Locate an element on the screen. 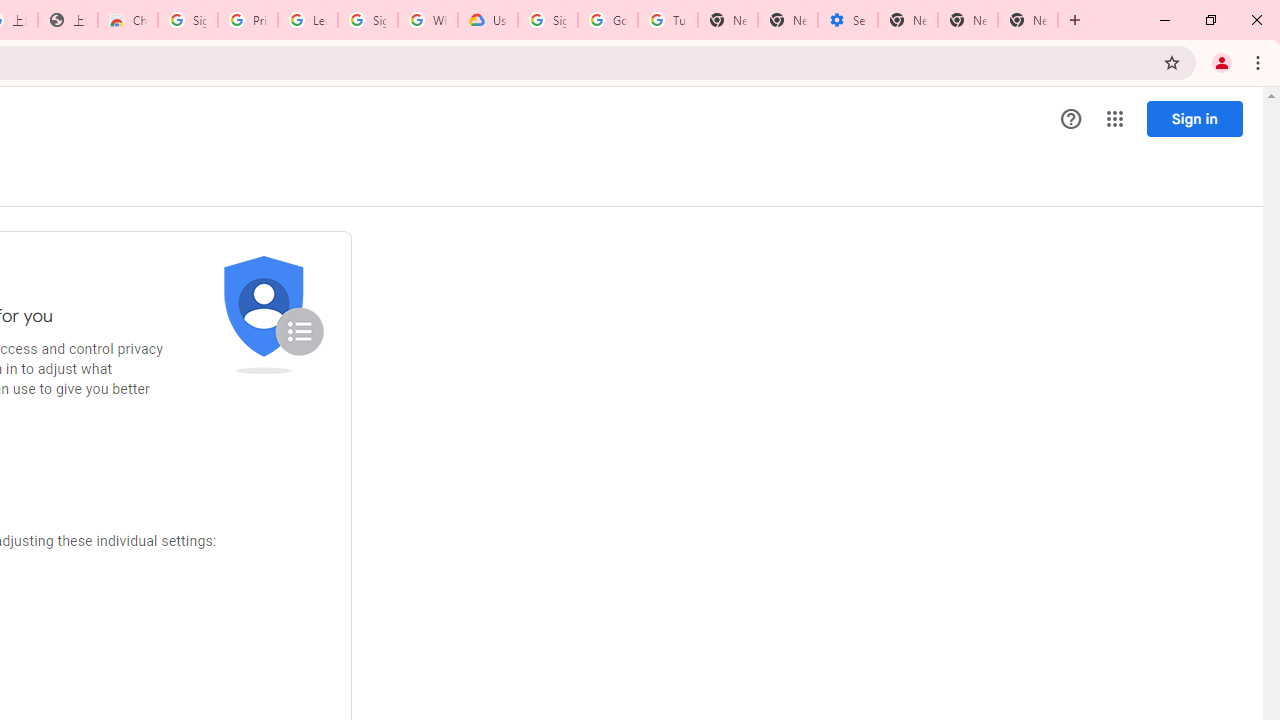  'Google Account Help' is located at coordinates (607, 20).